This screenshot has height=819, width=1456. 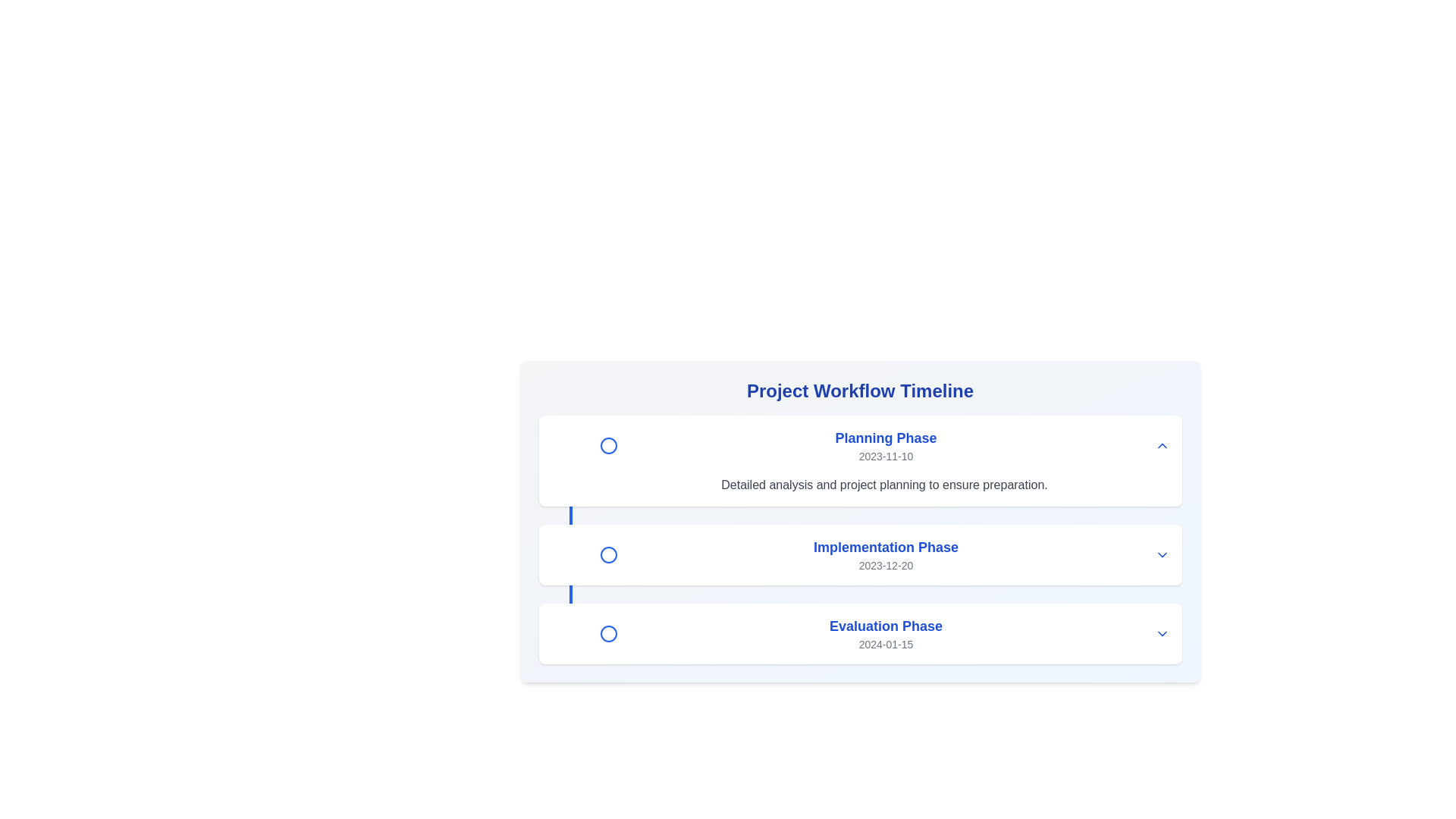 What do you see at coordinates (884, 444) in the screenshot?
I see `the first Timeline entry in the Project Workflow Timeline, which is displayed within a white rounded rectangle` at bounding box center [884, 444].